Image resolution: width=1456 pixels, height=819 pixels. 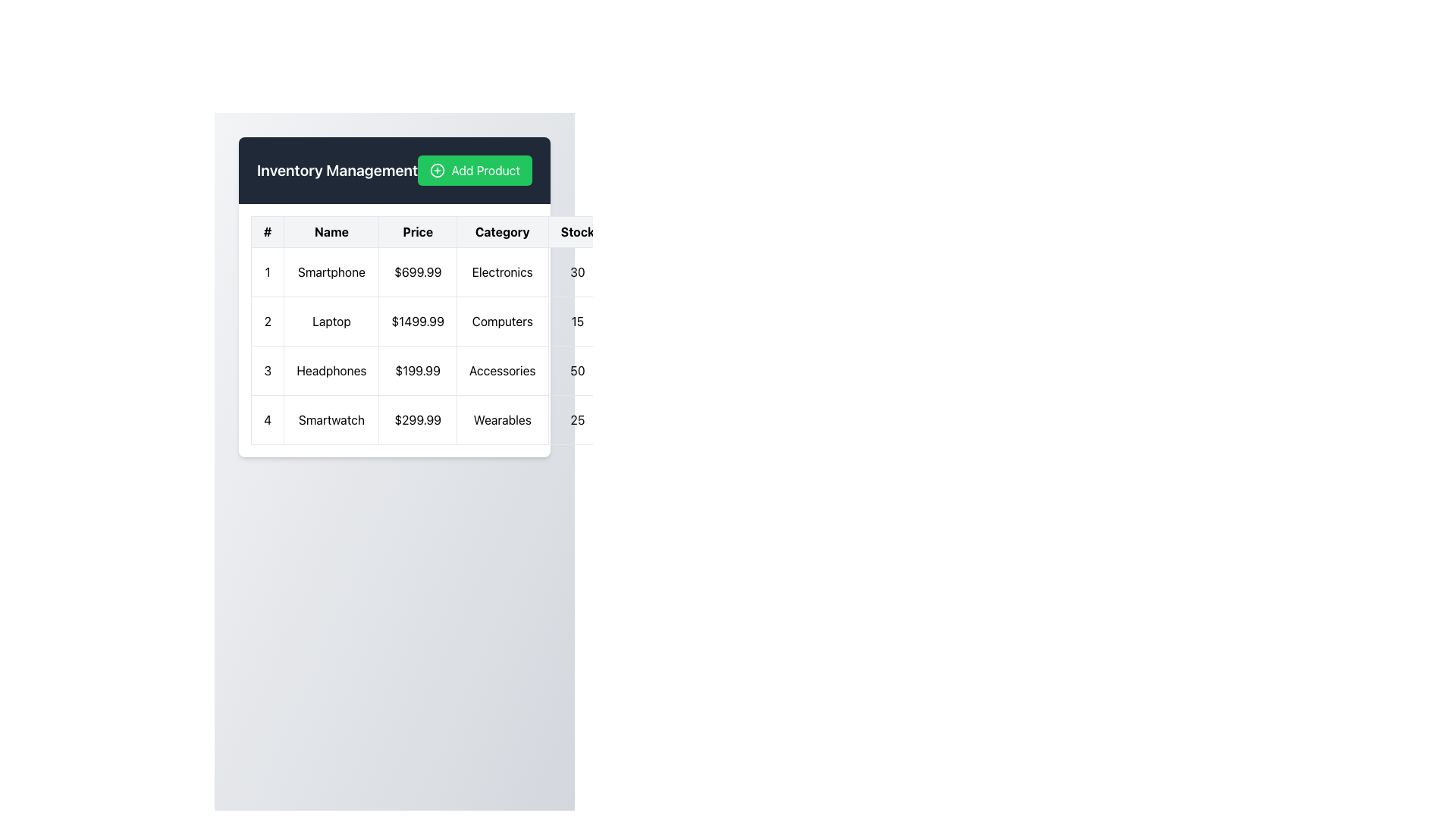 What do you see at coordinates (437, 170) in the screenshot?
I see `the icon within the 'Add Product' button, which is located in the header section to the right of 'Inventory Management'` at bounding box center [437, 170].